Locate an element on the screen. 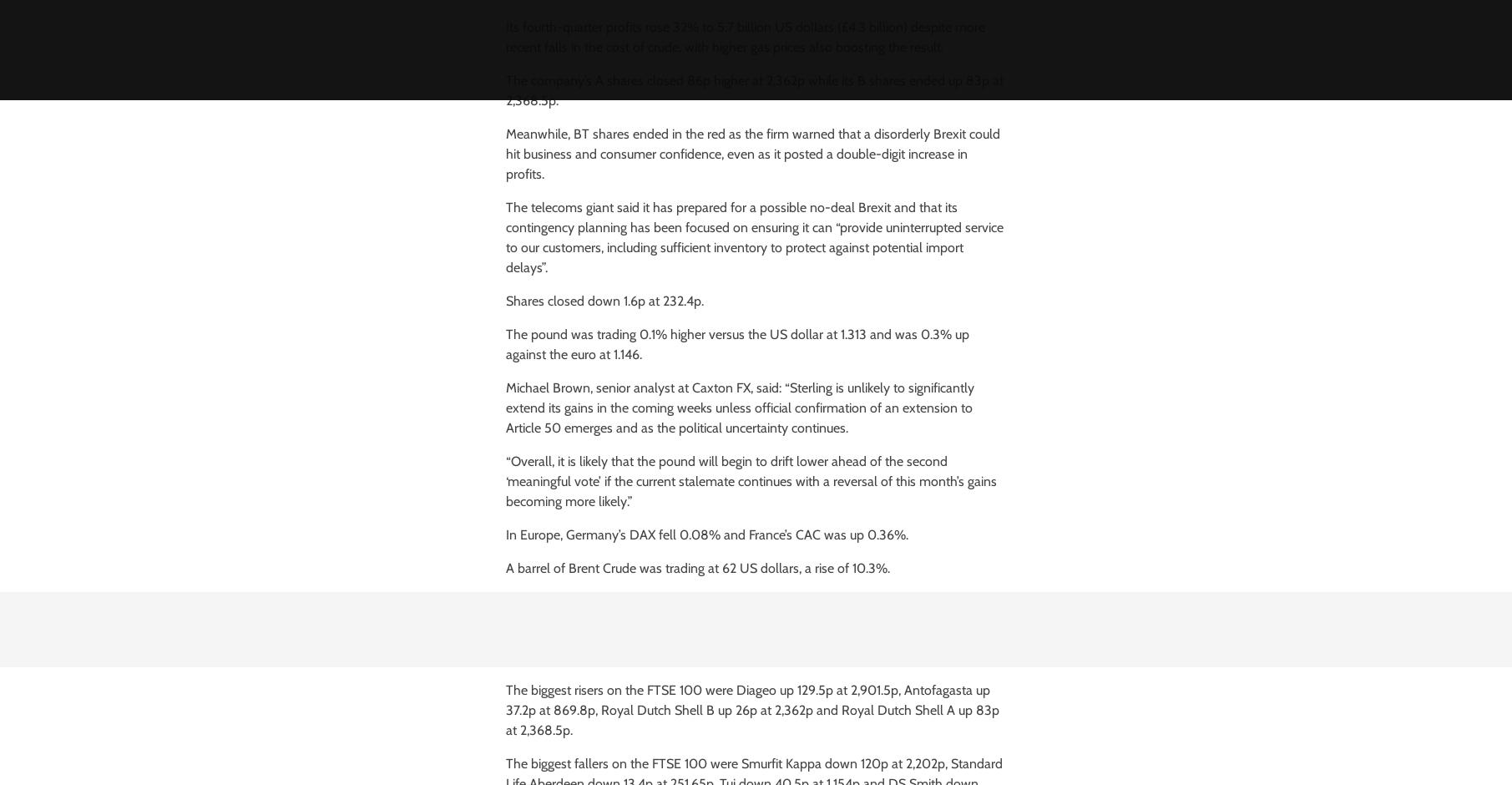 Image resolution: width=1512 pixels, height=785 pixels. 'Meanwhile, BT shares ended in the red as the firm warned that a disorderly Brexit could hit business and consumer confidence, even as it posted a double-digit increase in profits.' is located at coordinates (751, 154).